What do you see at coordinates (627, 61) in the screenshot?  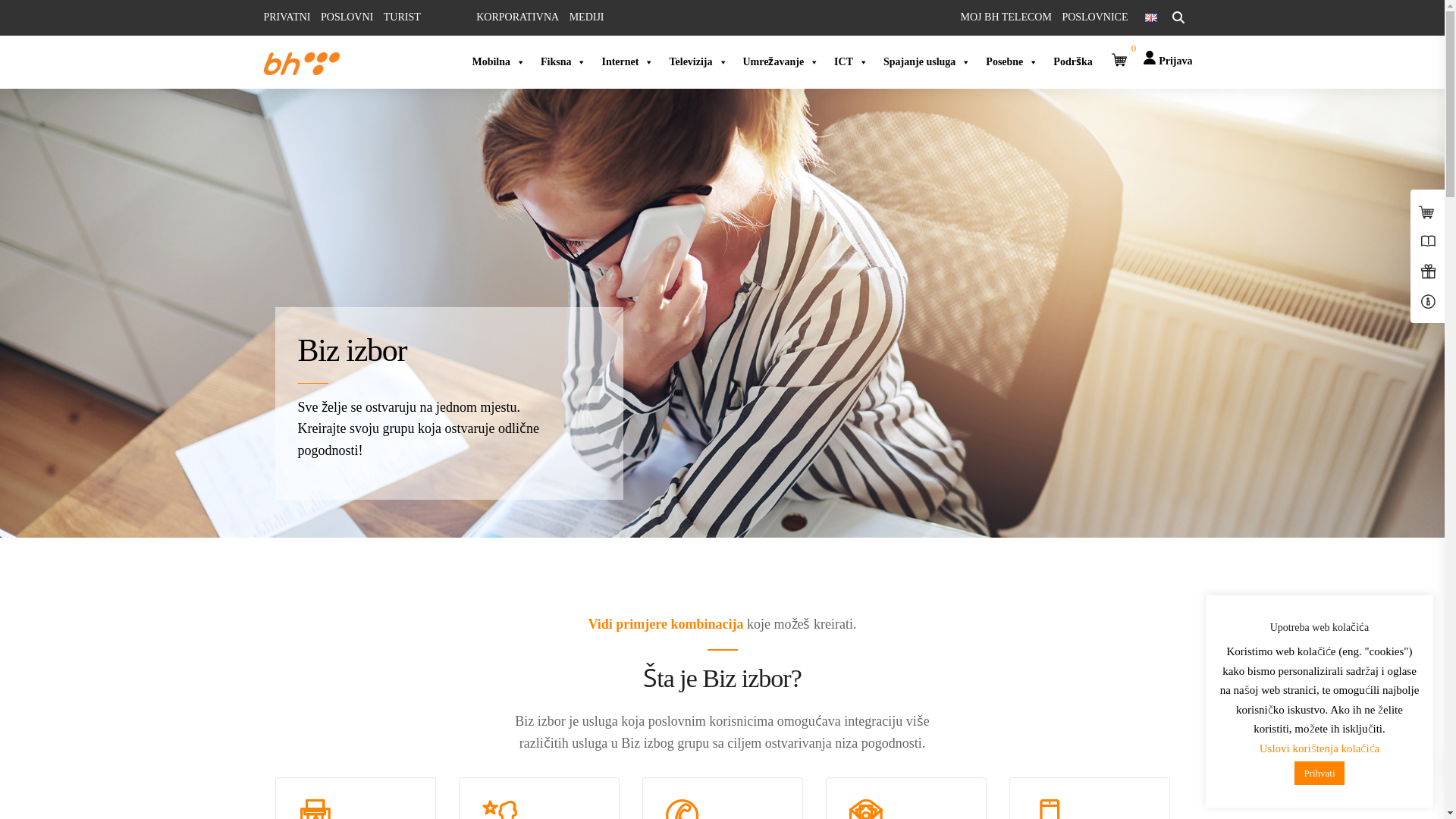 I see `'Internet'` at bounding box center [627, 61].